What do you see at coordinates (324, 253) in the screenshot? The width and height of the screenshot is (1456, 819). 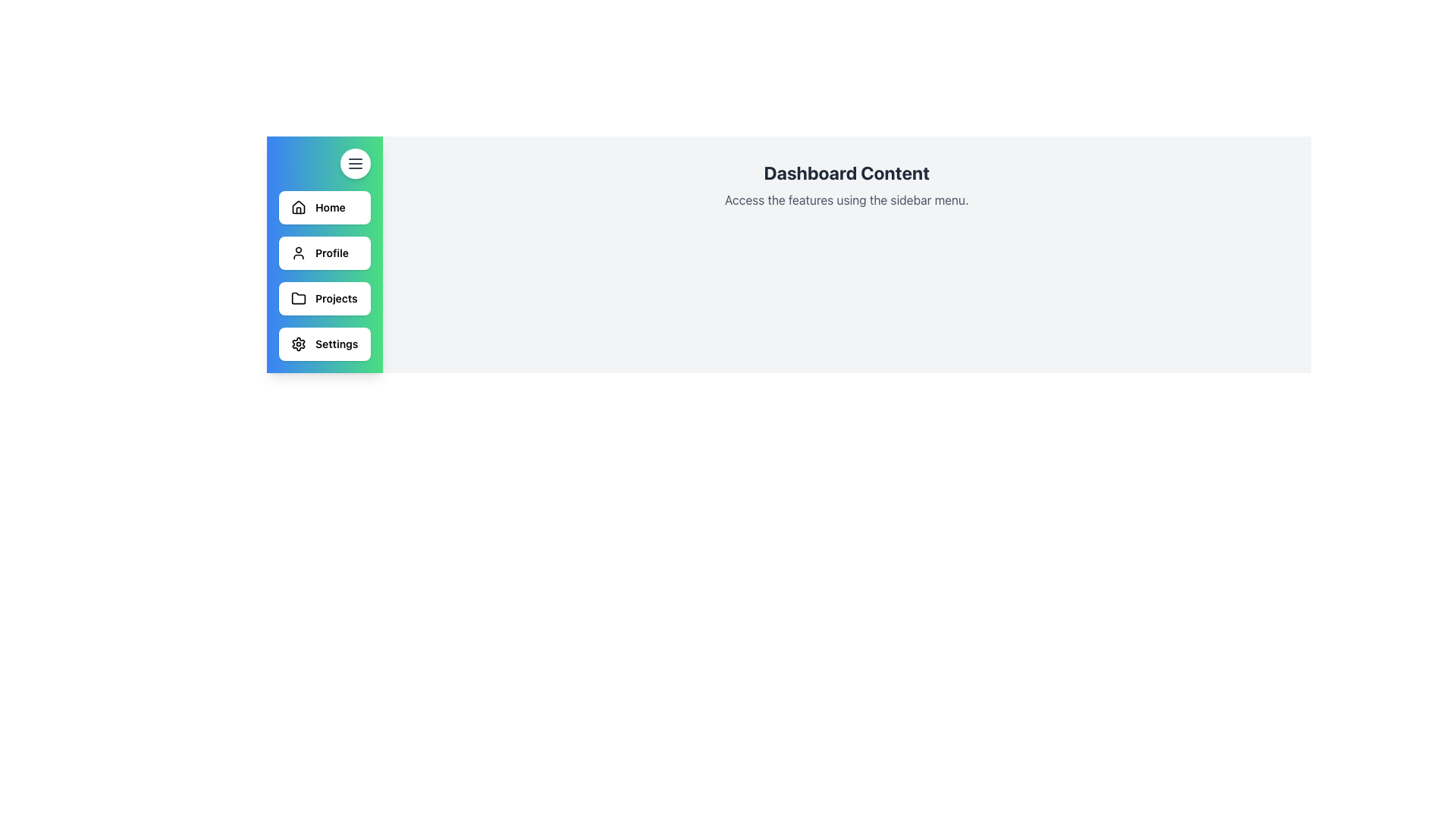 I see `the 'Profile' button, which is the second button in the vertical list on the left side of the interface` at bounding box center [324, 253].